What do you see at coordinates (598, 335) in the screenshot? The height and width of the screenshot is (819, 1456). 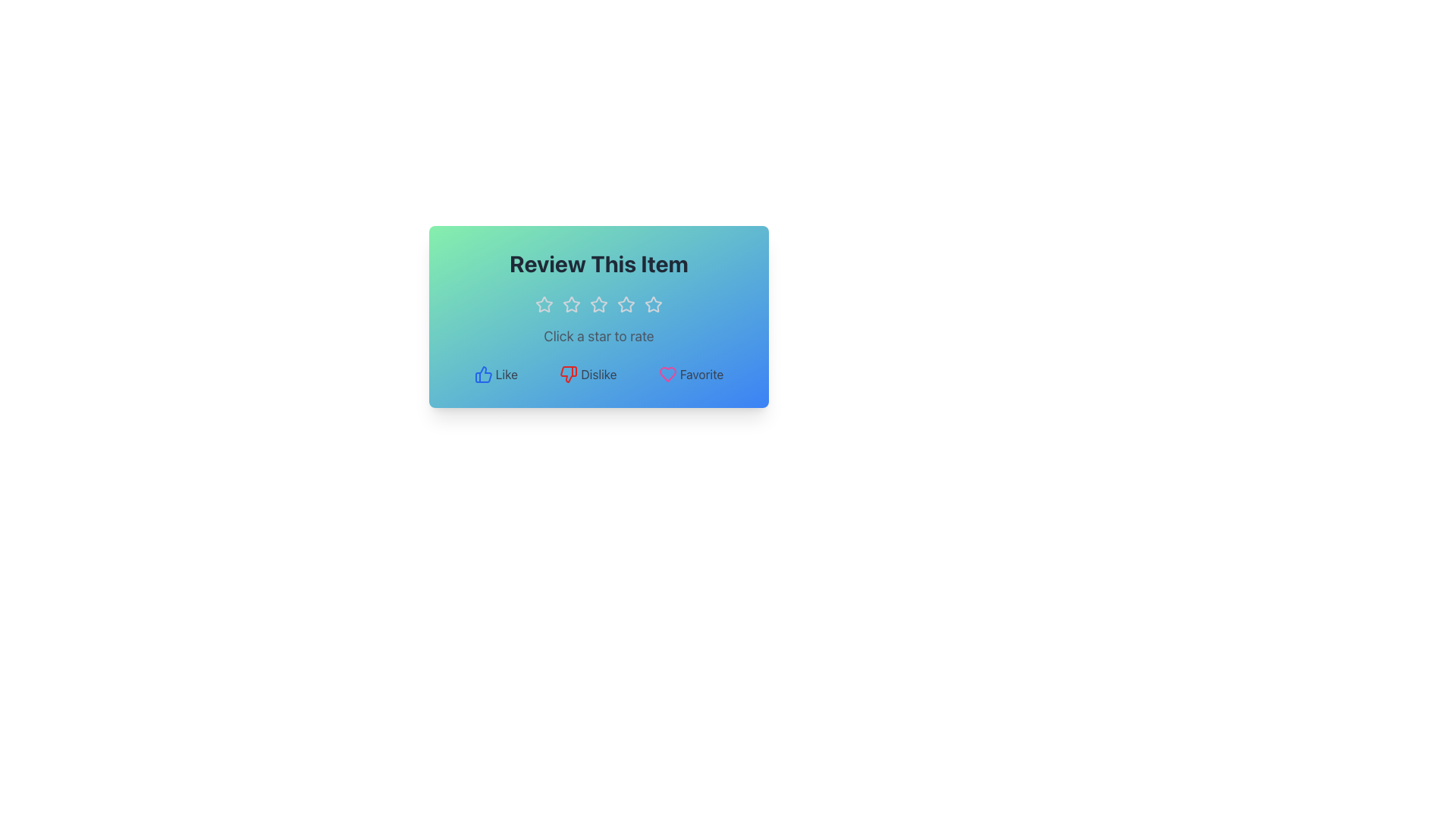 I see `the descriptive text label that provides instructional text for the rating feature, located centrally below the star icons and above the buttons labeled 'Like,' 'Dislike,' and 'Favorite.'` at bounding box center [598, 335].